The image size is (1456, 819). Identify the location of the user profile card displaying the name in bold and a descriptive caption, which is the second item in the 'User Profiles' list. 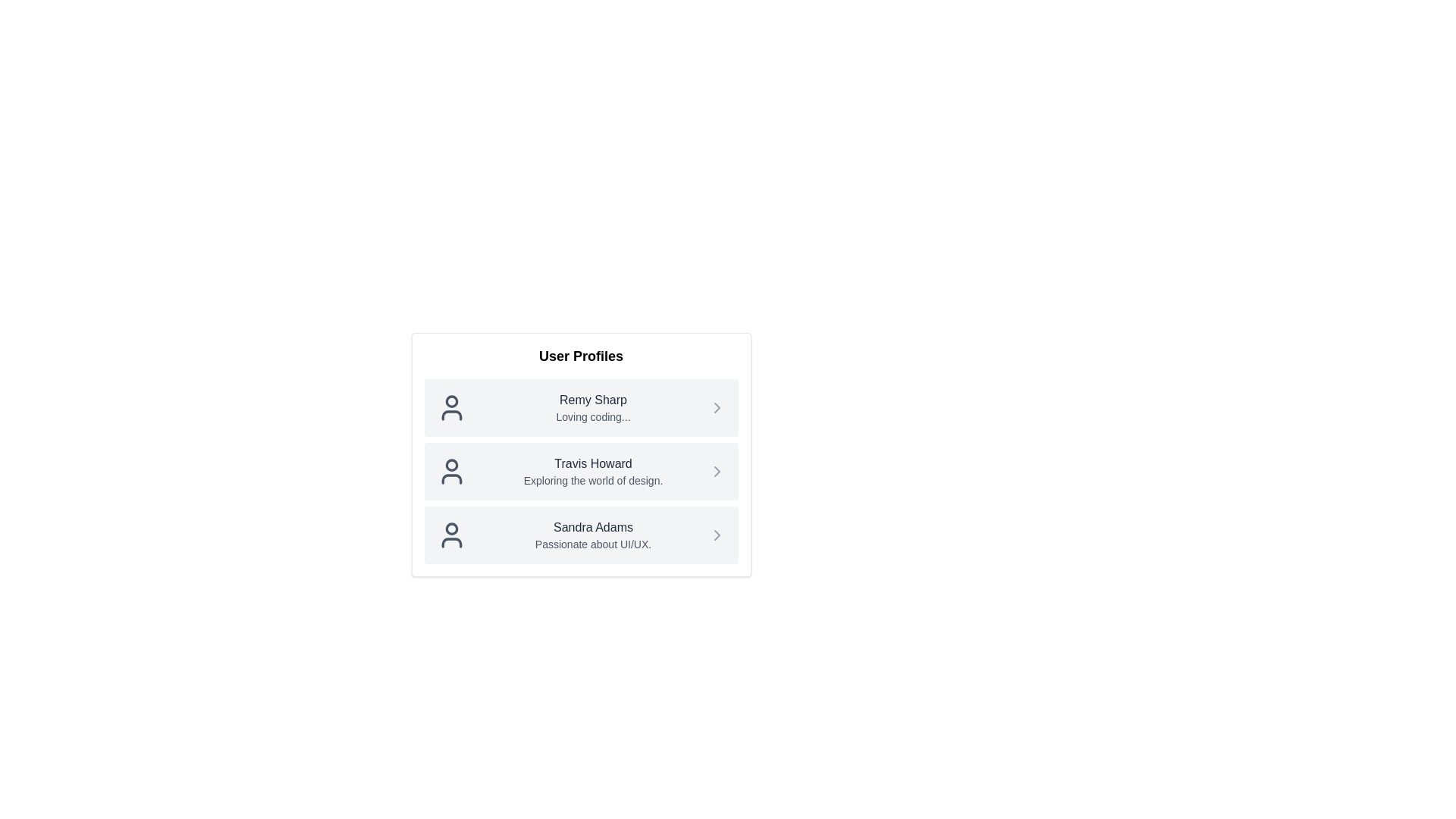
(580, 447).